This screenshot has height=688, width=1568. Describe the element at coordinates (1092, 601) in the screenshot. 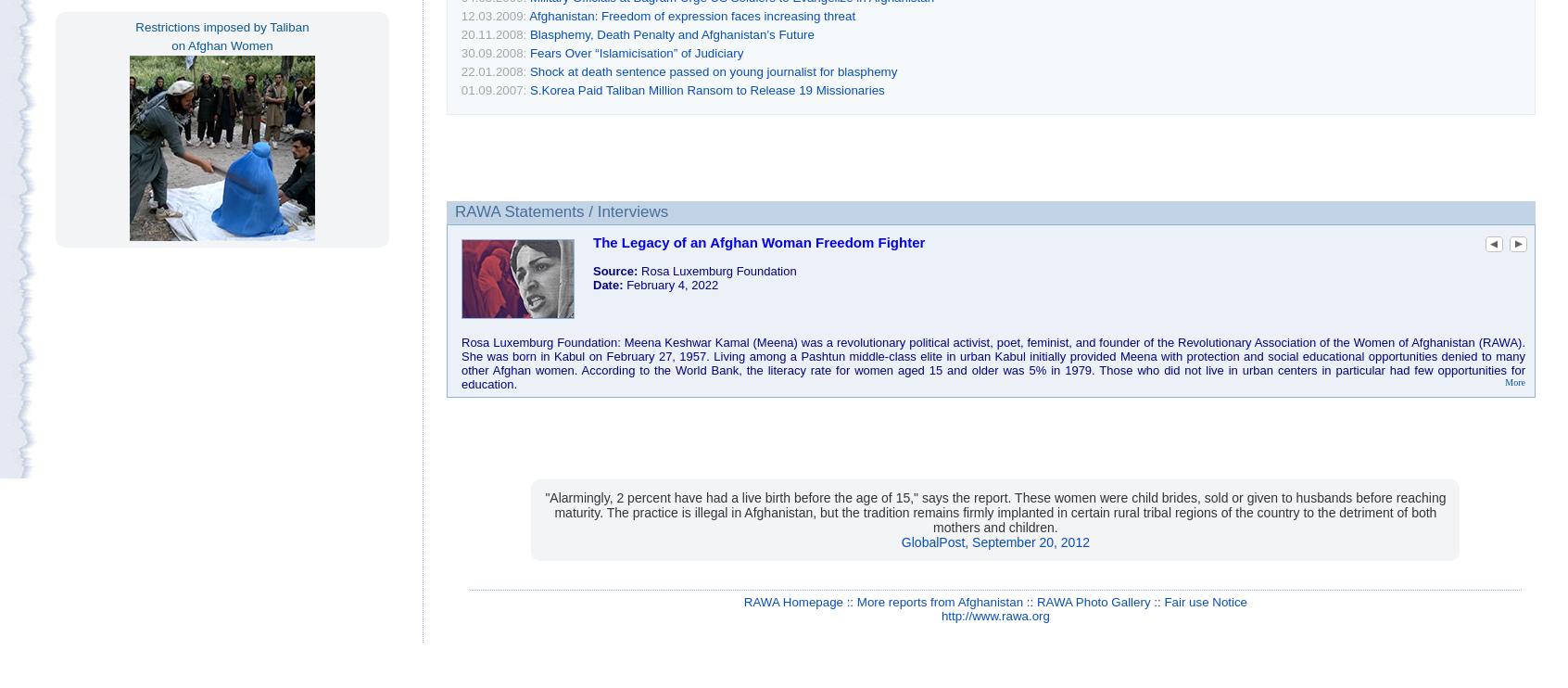

I see `'RAWA Photo Gallery'` at that location.